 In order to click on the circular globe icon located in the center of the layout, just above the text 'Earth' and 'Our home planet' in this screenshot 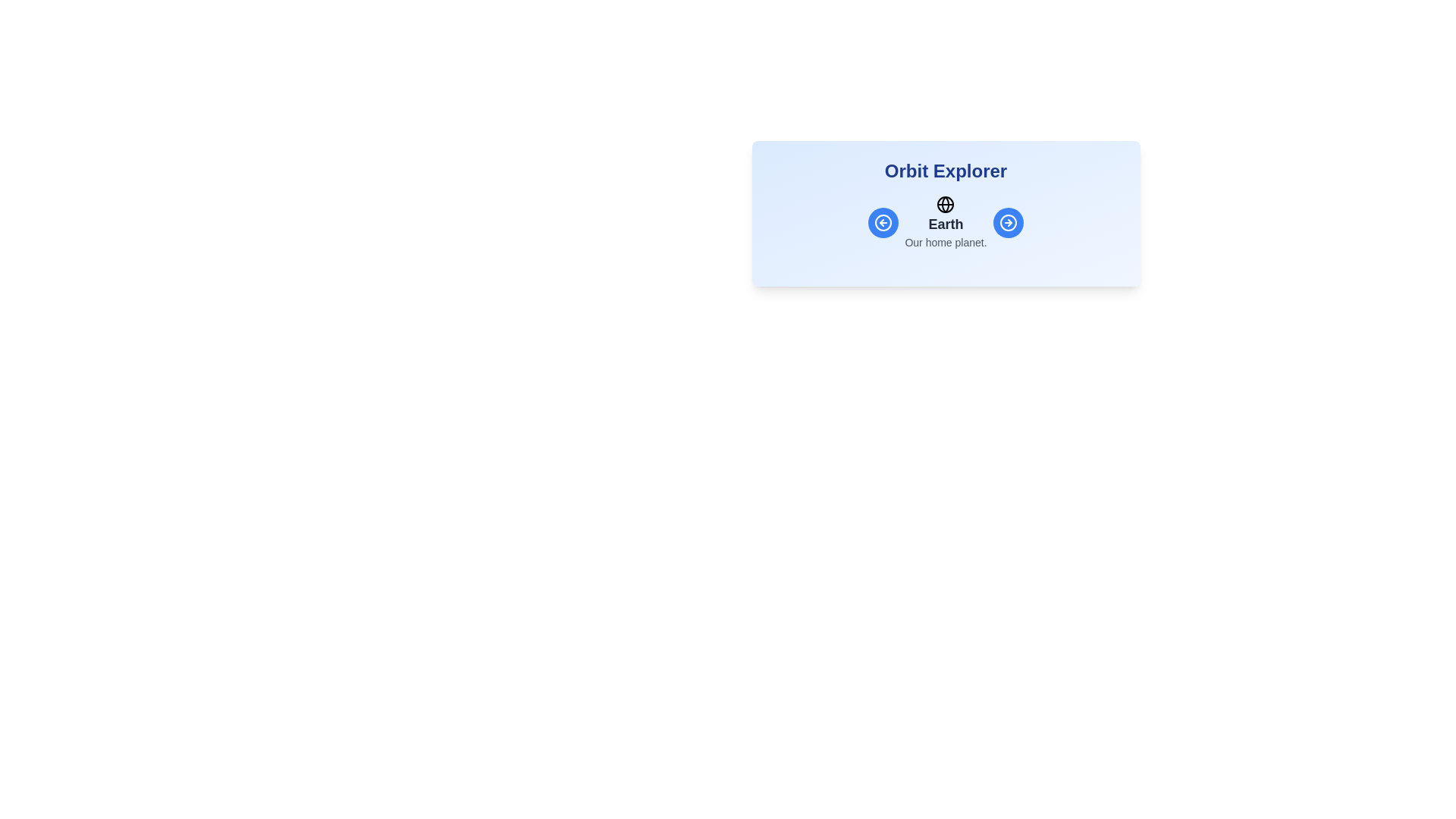, I will do `click(945, 205)`.